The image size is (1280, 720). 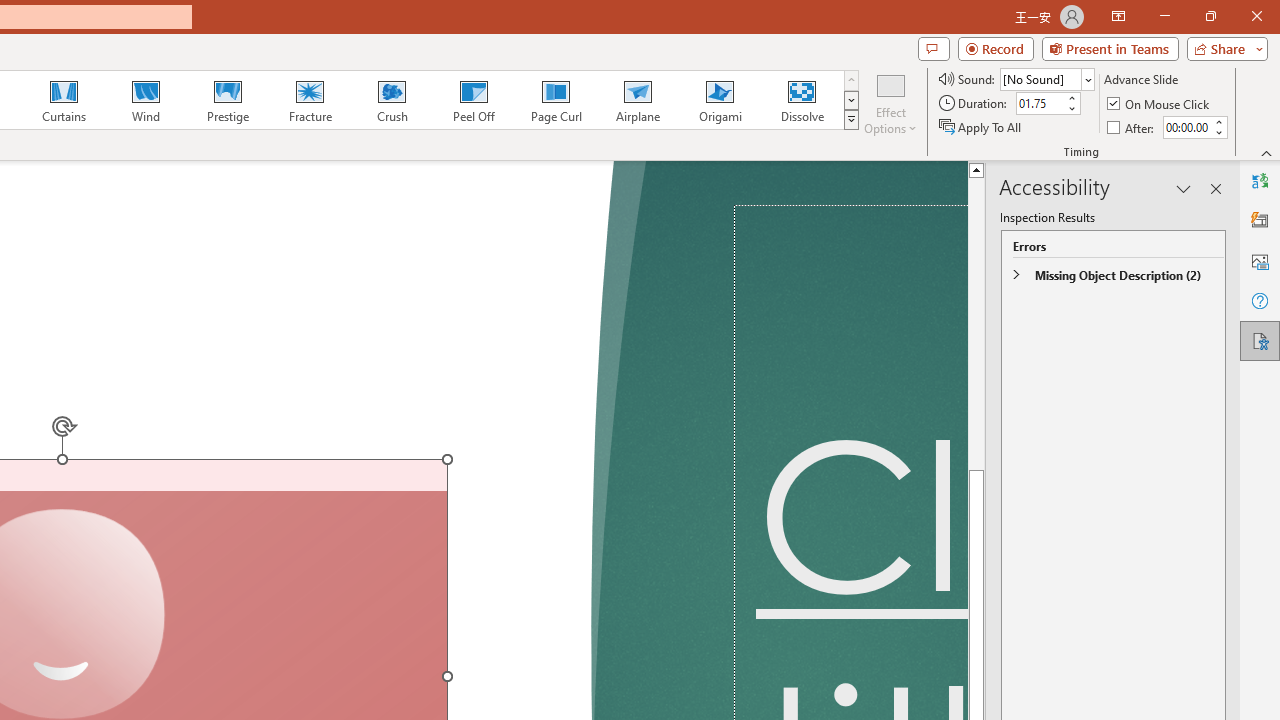 I want to click on 'Alt Text', so click(x=1259, y=260).